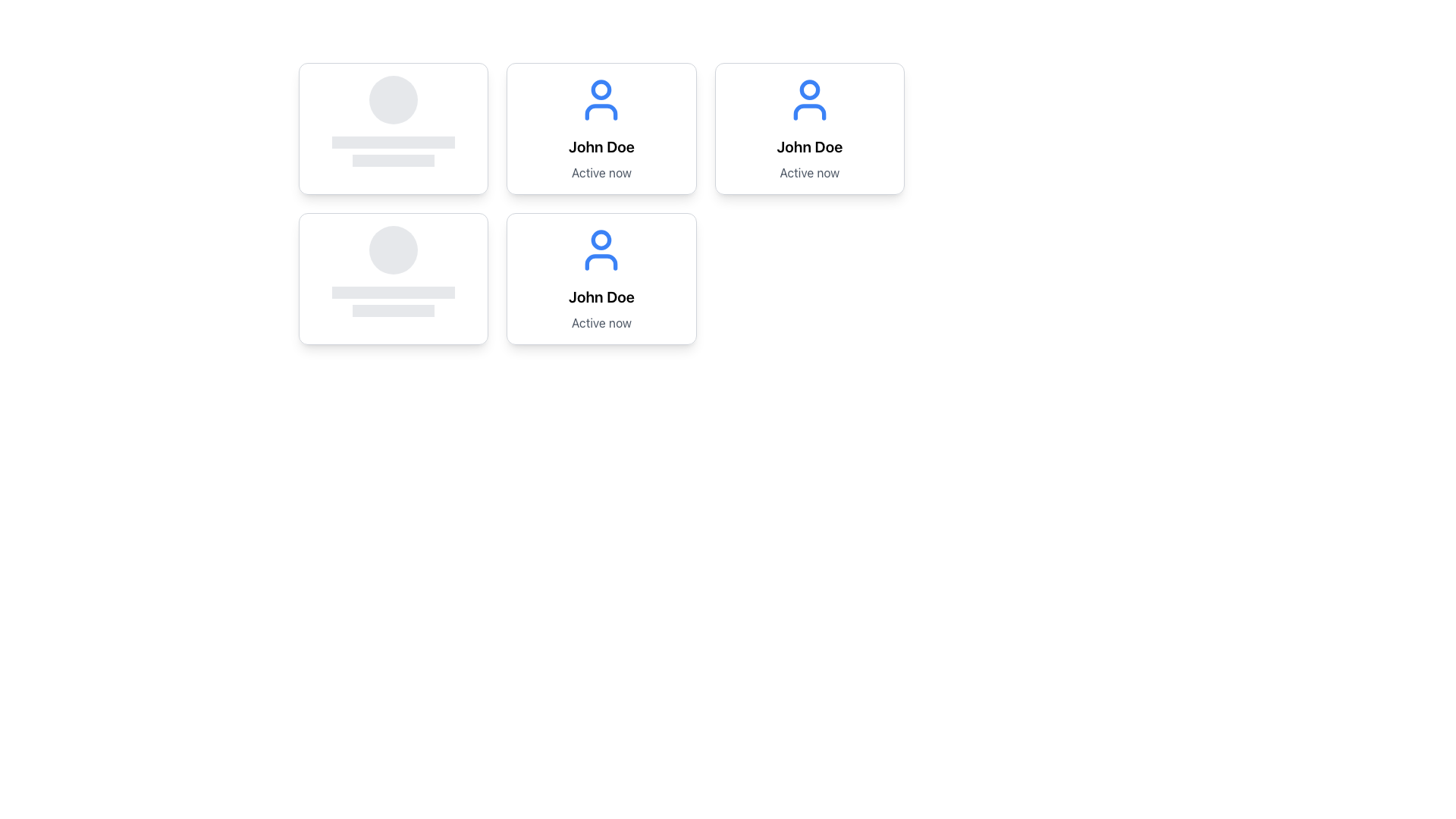 This screenshot has height=819, width=1456. I want to click on the center card in the second row of the grid layout, which displays the name 'John Doe' and status 'Active now', so click(601, 203).